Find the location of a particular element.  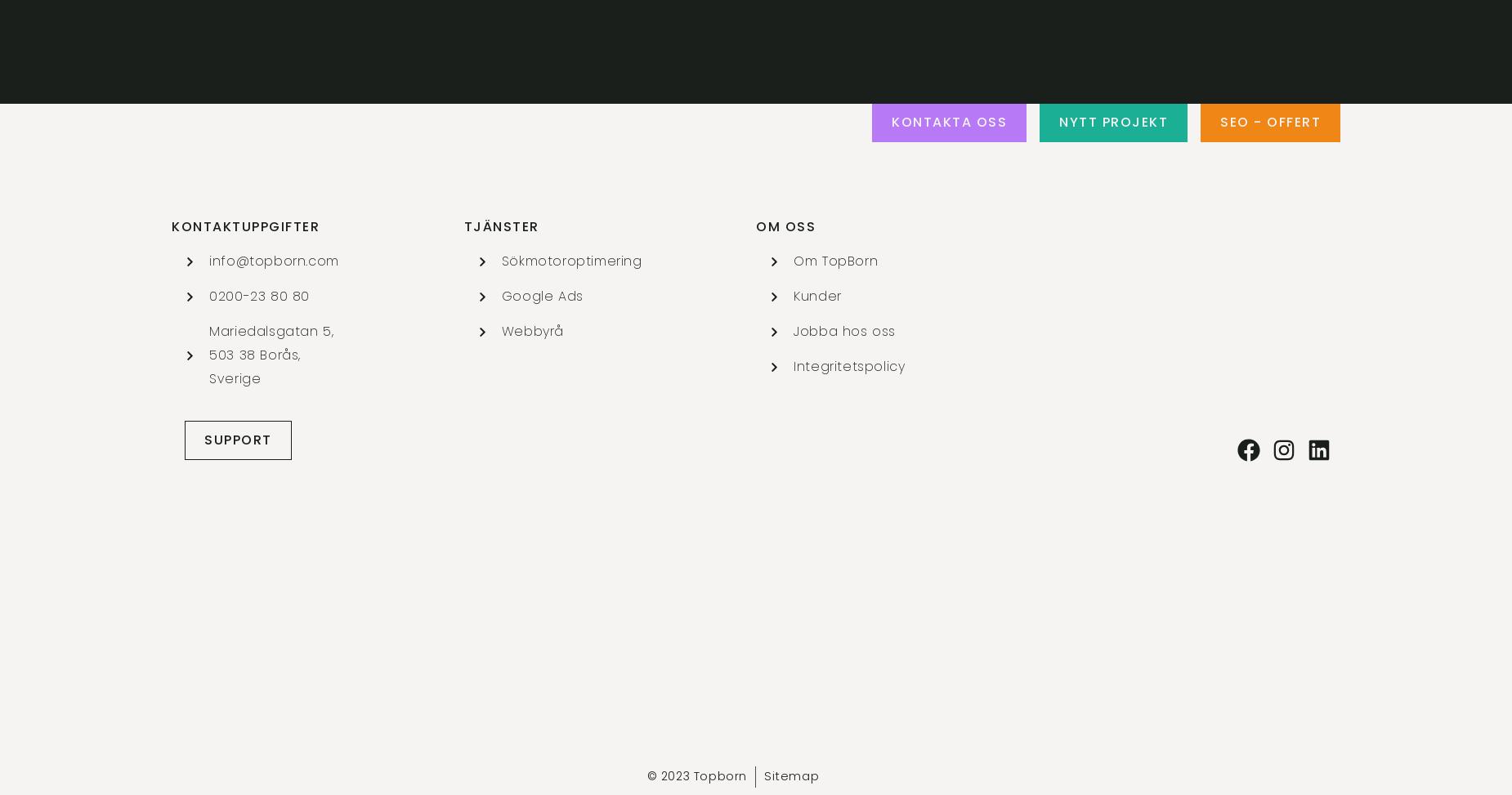

'Om TopBorn' is located at coordinates (834, 261).